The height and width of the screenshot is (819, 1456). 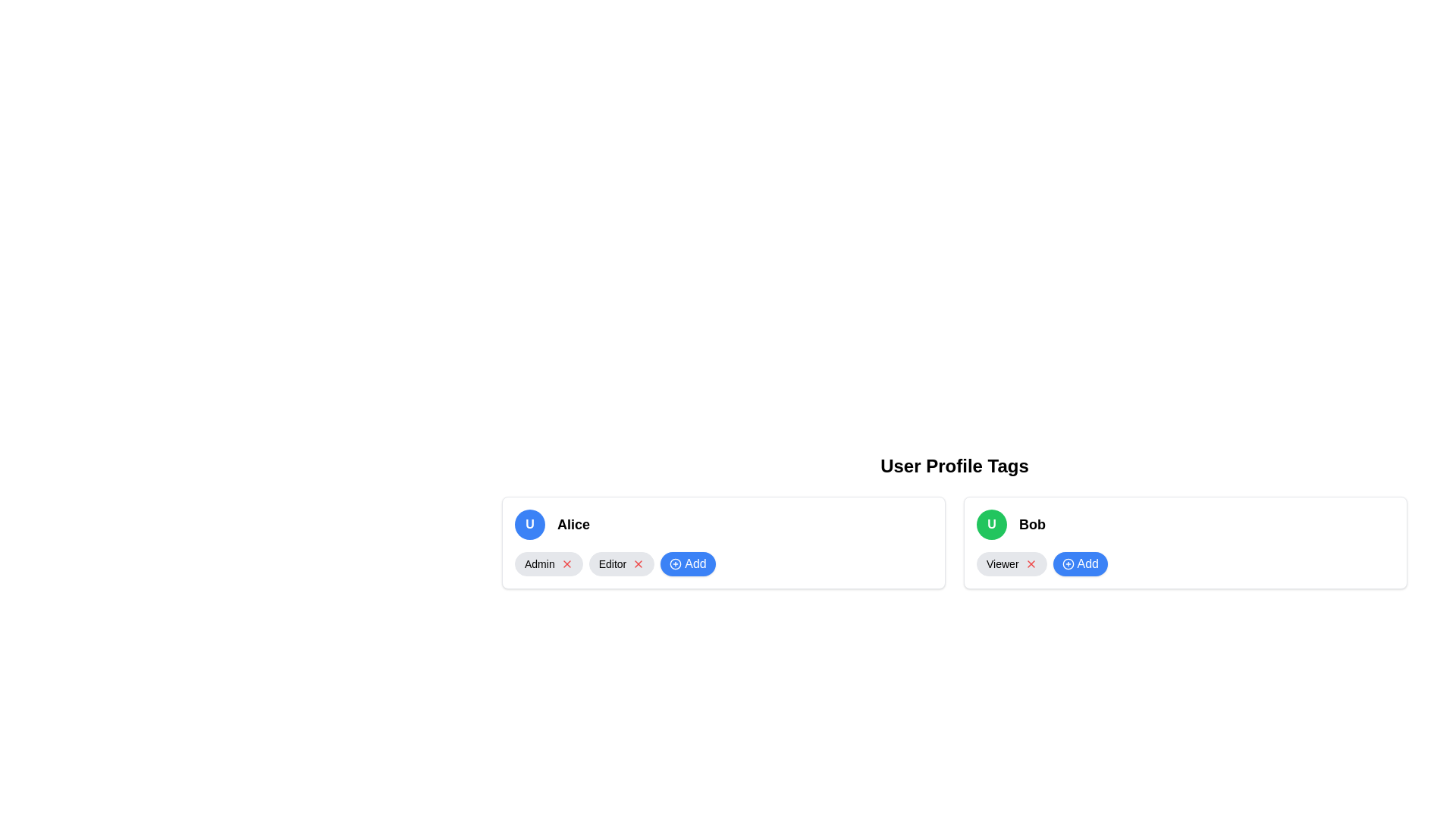 I want to click on the text label displaying 'Bob', which is positioned to the right of a green circular avatar containing the letter 'U', so click(x=1031, y=523).